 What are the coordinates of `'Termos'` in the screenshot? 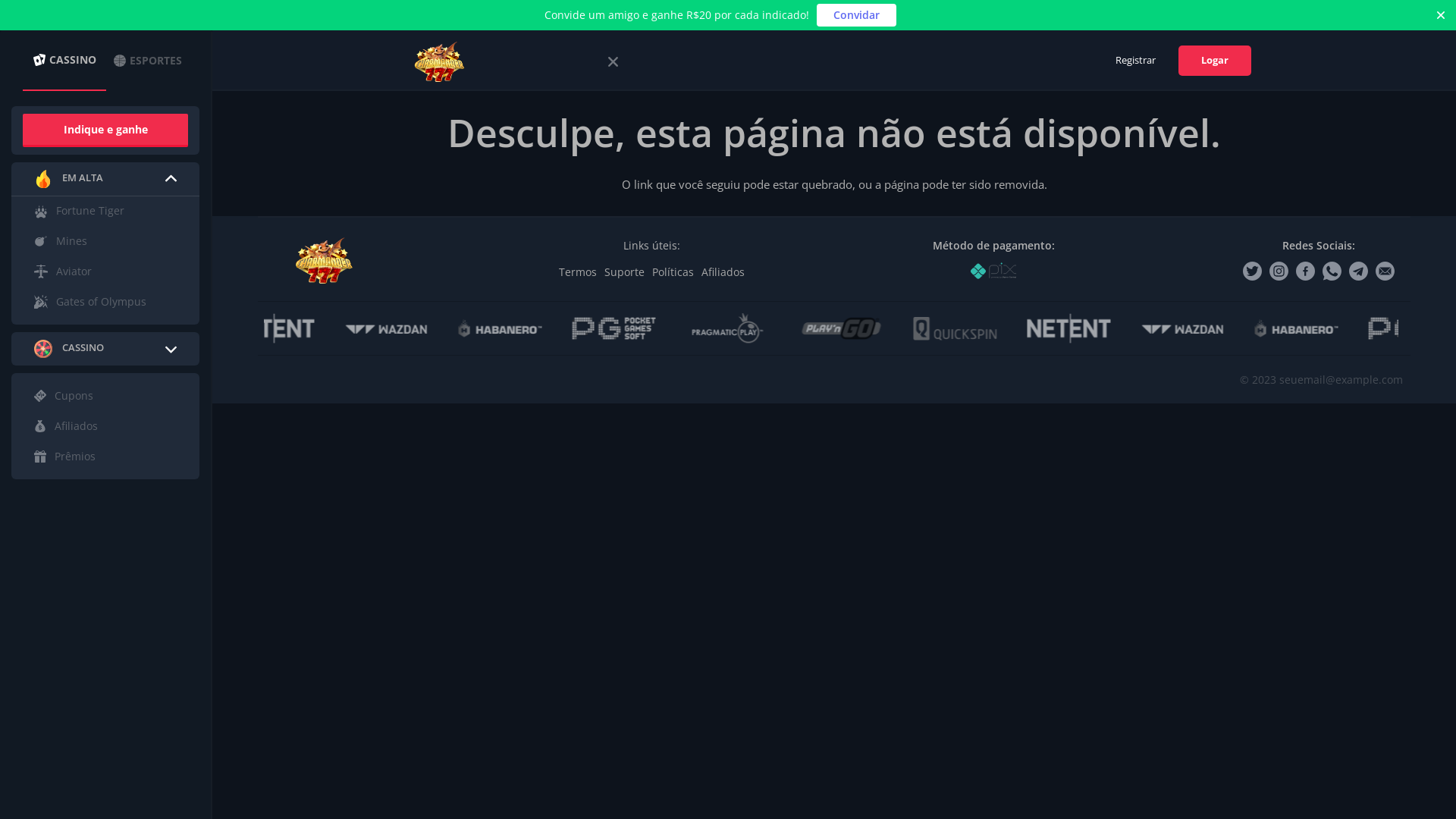 It's located at (577, 271).